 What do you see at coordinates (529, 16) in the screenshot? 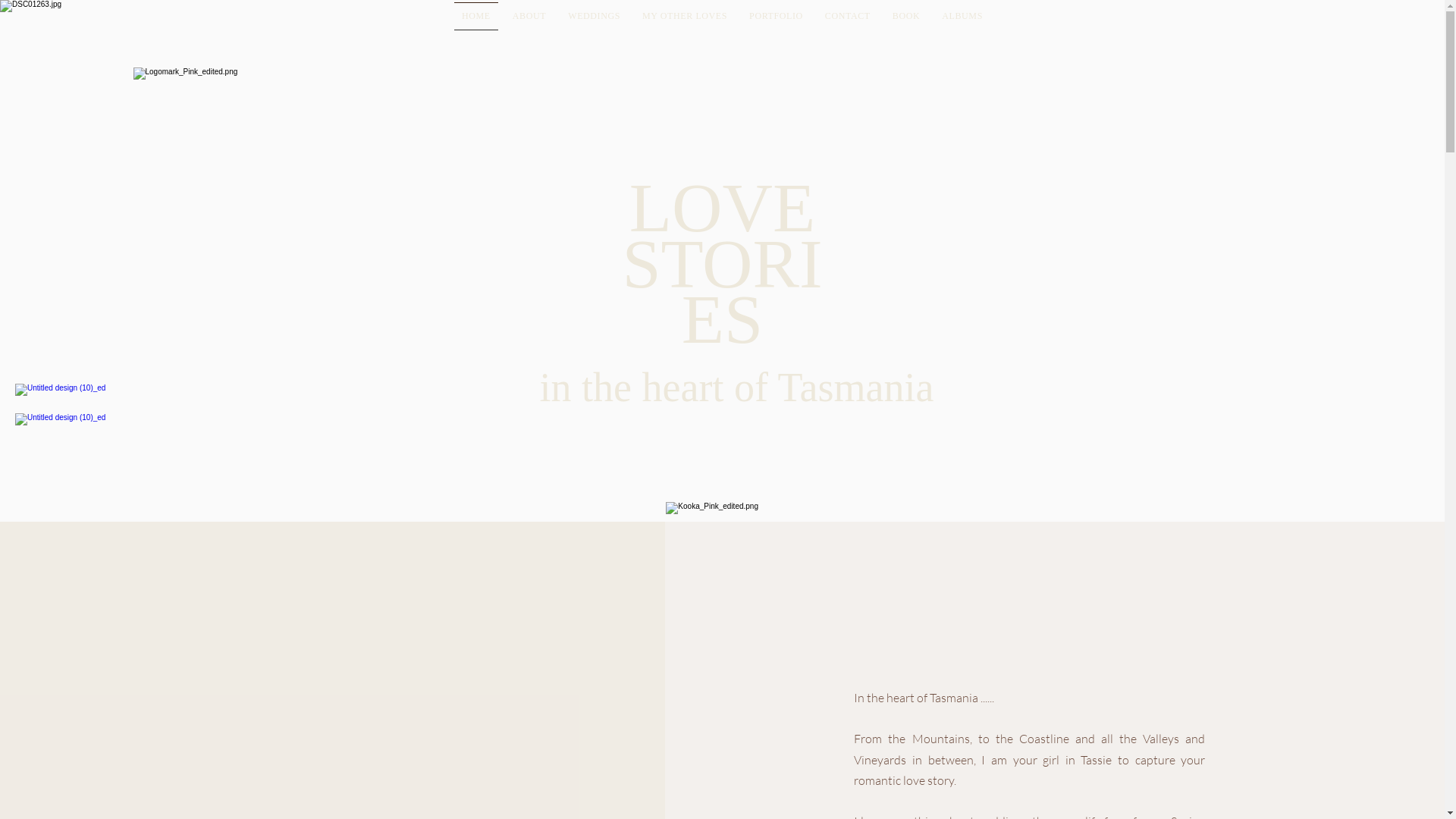
I see `'ABOUT'` at bounding box center [529, 16].